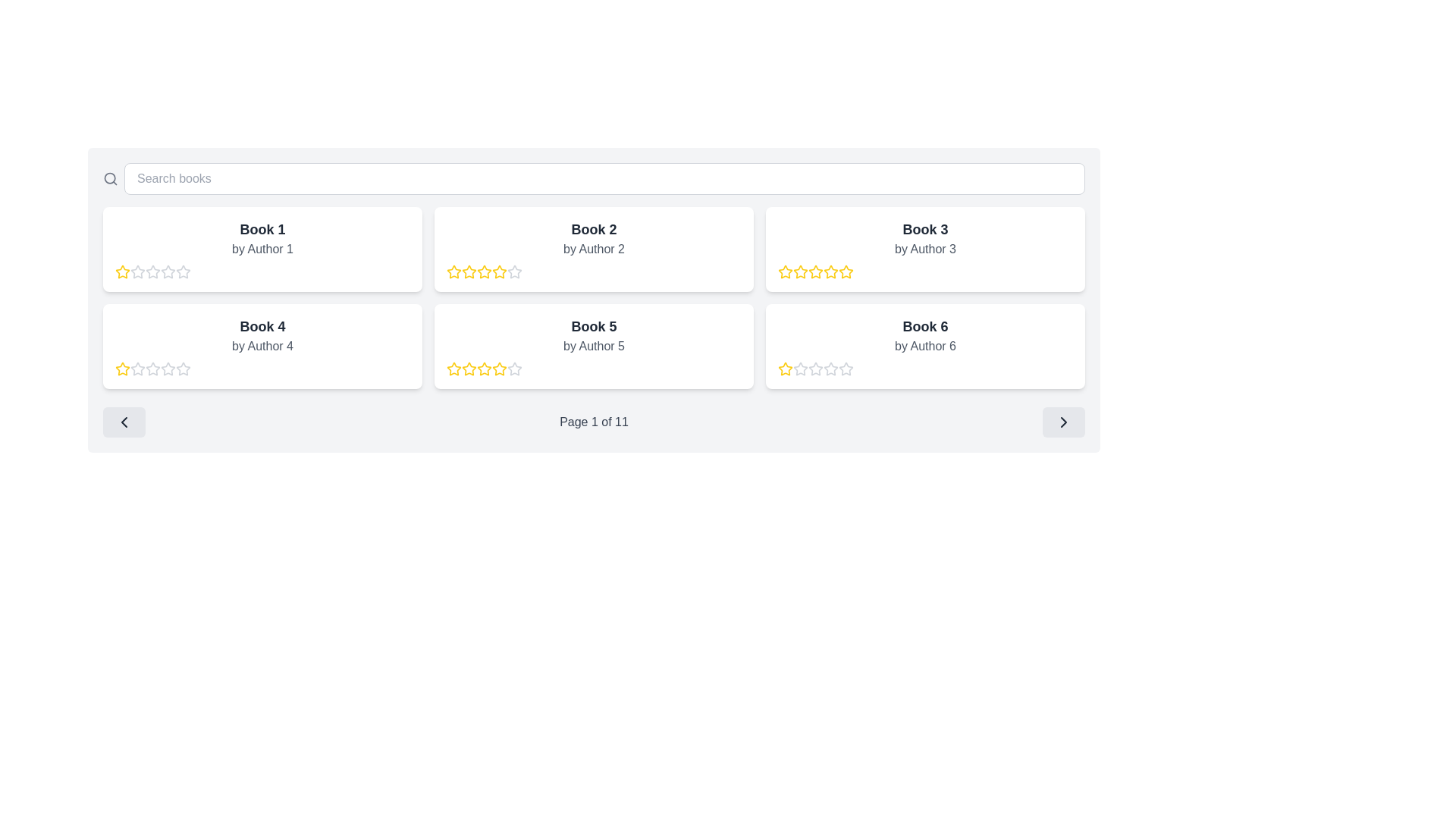  I want to click on the text label displaying the author's name associated with 'Book 5', which is located in the second row and third column of the grid, directly beneath the title and above the star rating icons, so click(593, 346).